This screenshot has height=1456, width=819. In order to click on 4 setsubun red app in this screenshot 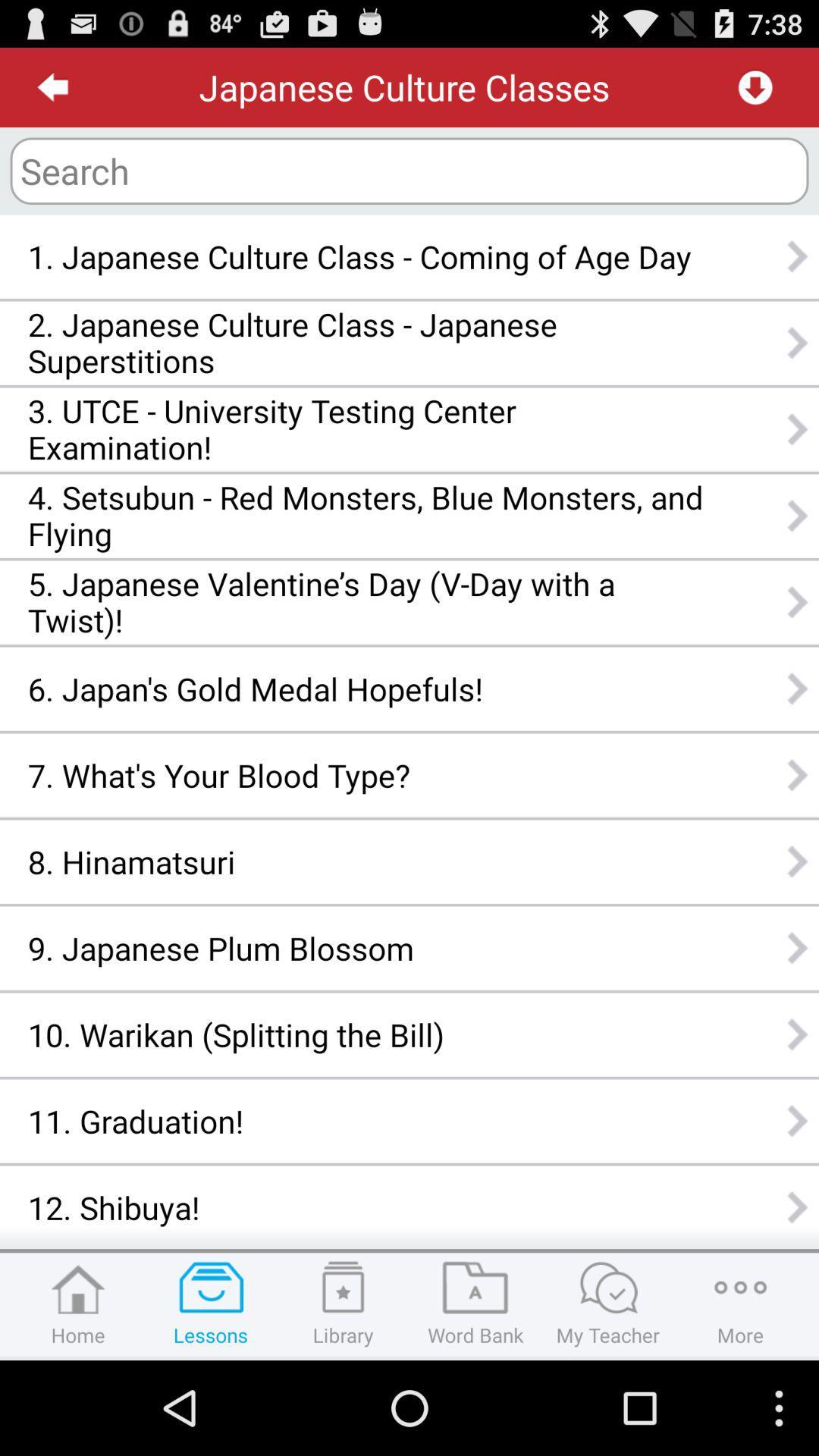, I will do `click(366, 516)`.